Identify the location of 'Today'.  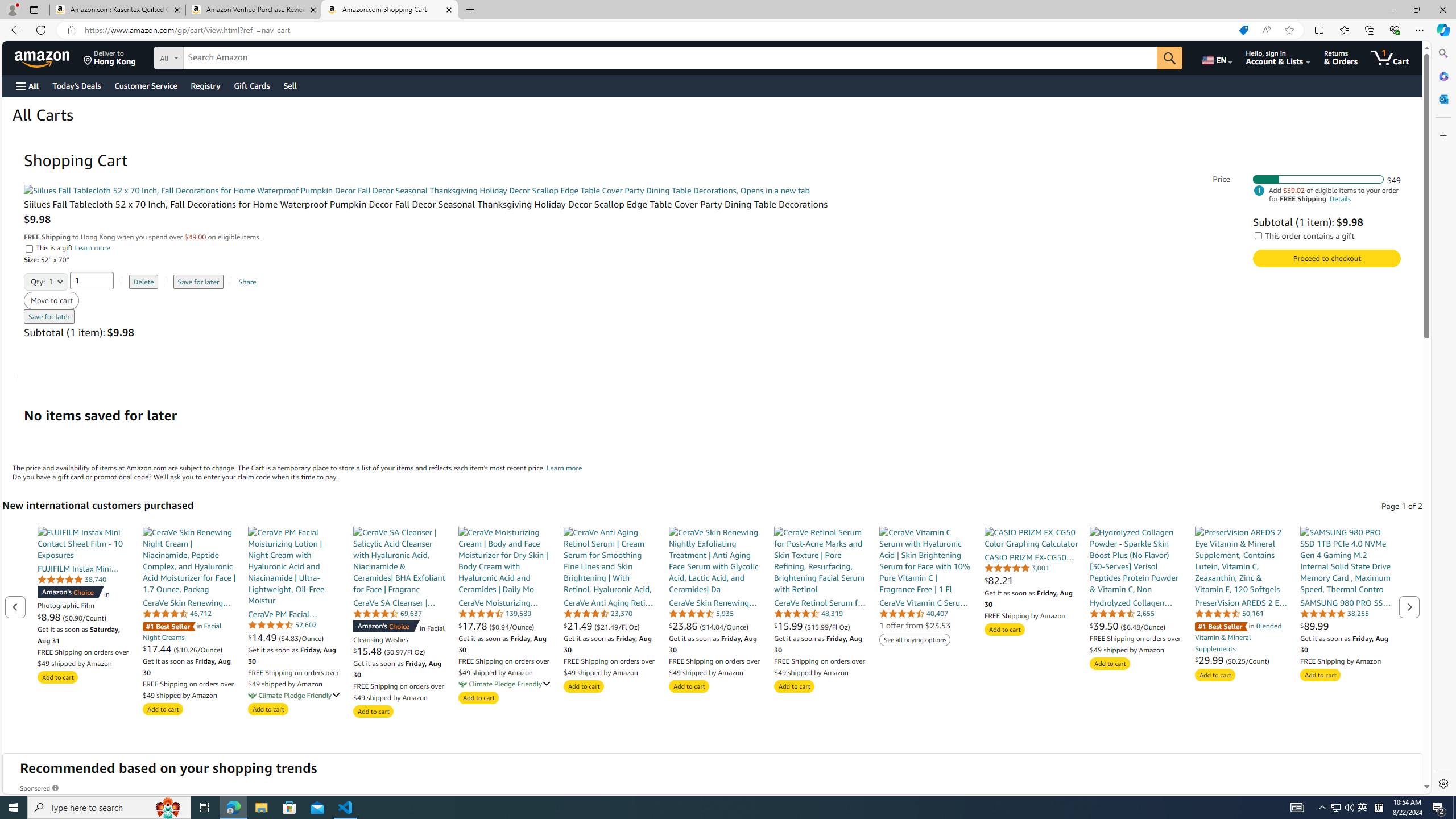
(76, 85).